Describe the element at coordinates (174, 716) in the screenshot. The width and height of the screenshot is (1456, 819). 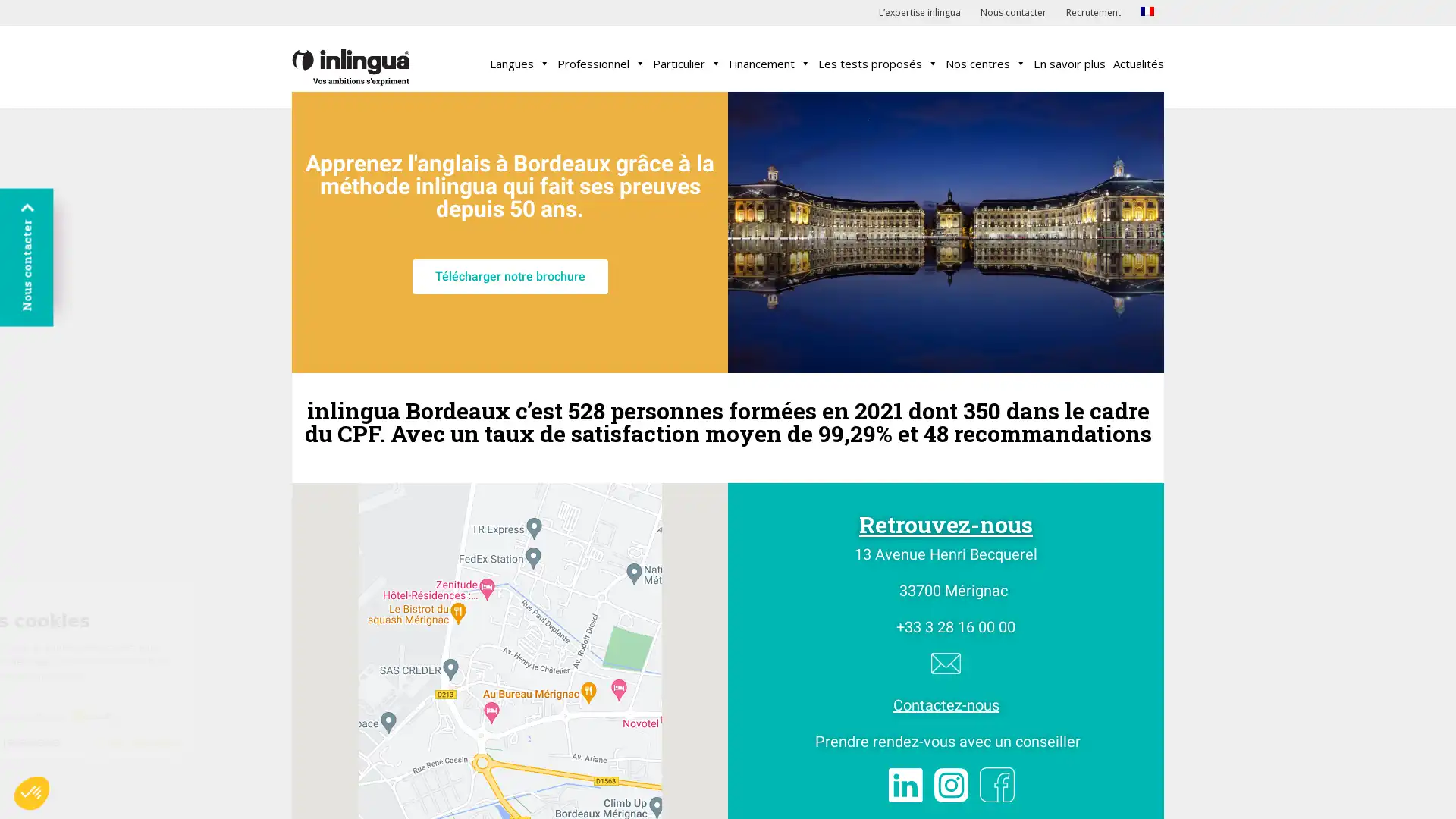
I see `Consentements certifies par` at that location.